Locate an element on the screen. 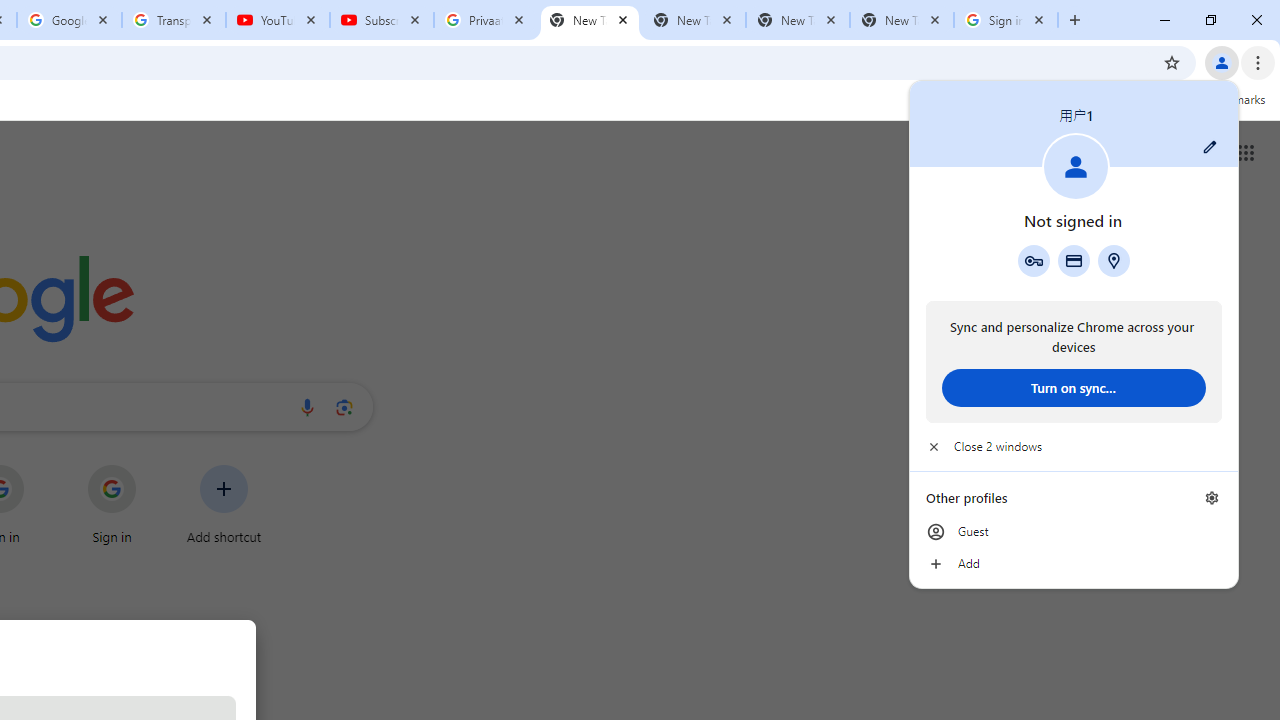 This screenshot has width=1280, height=720. 'Google Password Manager' is located at coordinates (1033, 260).